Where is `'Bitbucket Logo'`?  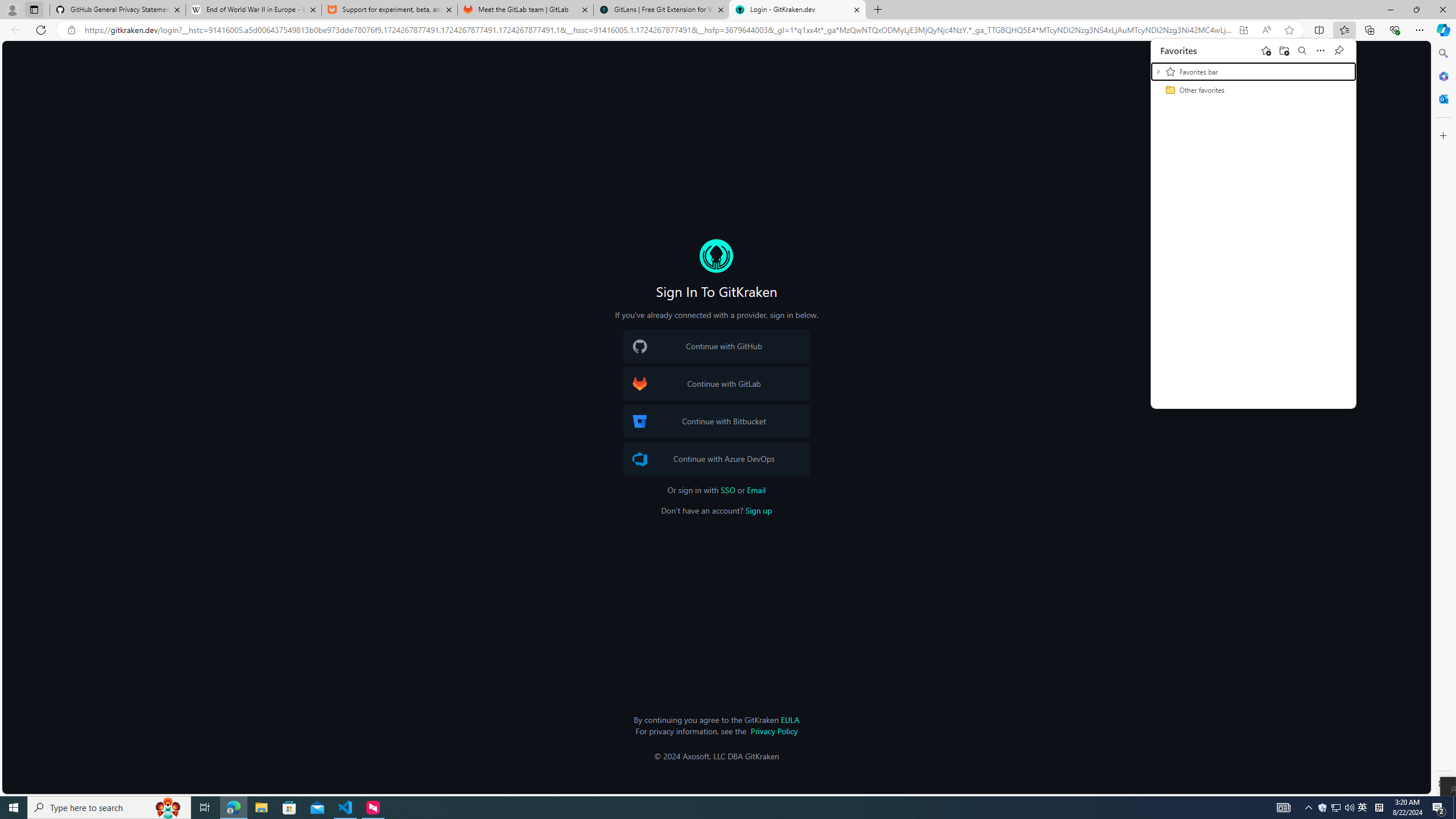 'Bitbucket Logo' is located at coordinates (640, 421).